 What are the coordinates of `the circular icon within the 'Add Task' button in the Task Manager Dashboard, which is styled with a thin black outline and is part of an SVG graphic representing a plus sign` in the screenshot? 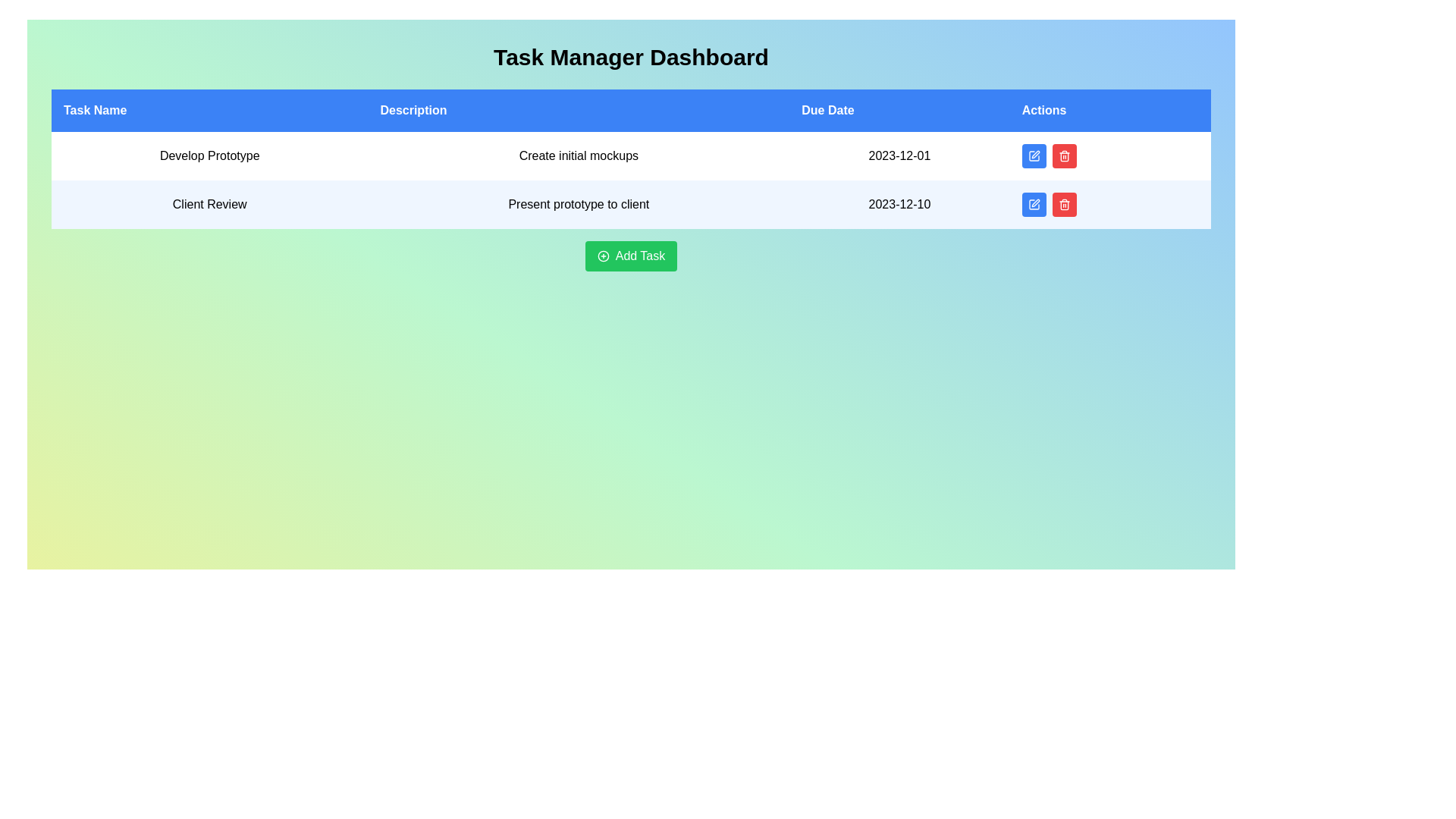 It's located at (602, 256).